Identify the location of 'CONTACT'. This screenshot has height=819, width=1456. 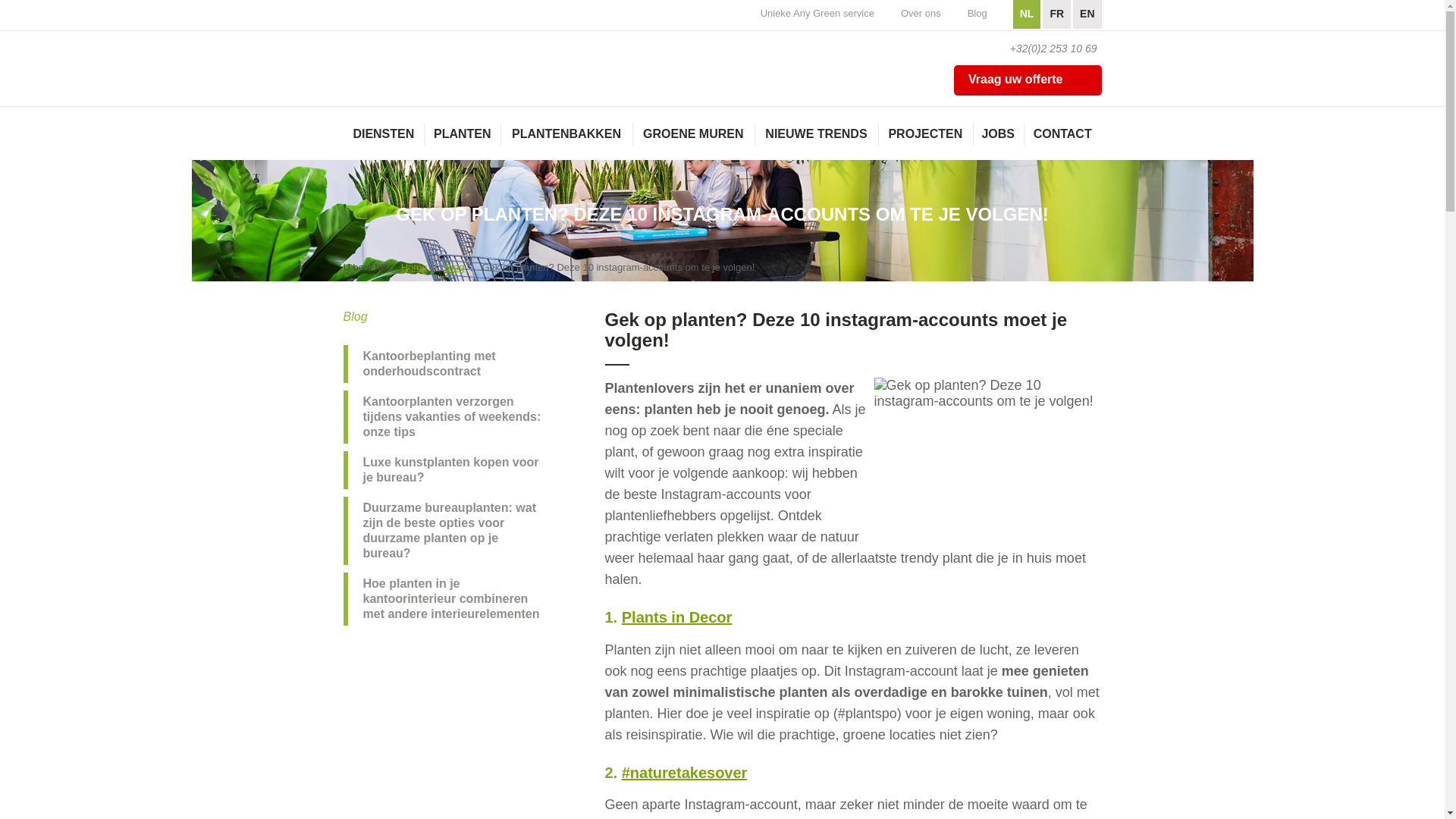
(1023, 141).